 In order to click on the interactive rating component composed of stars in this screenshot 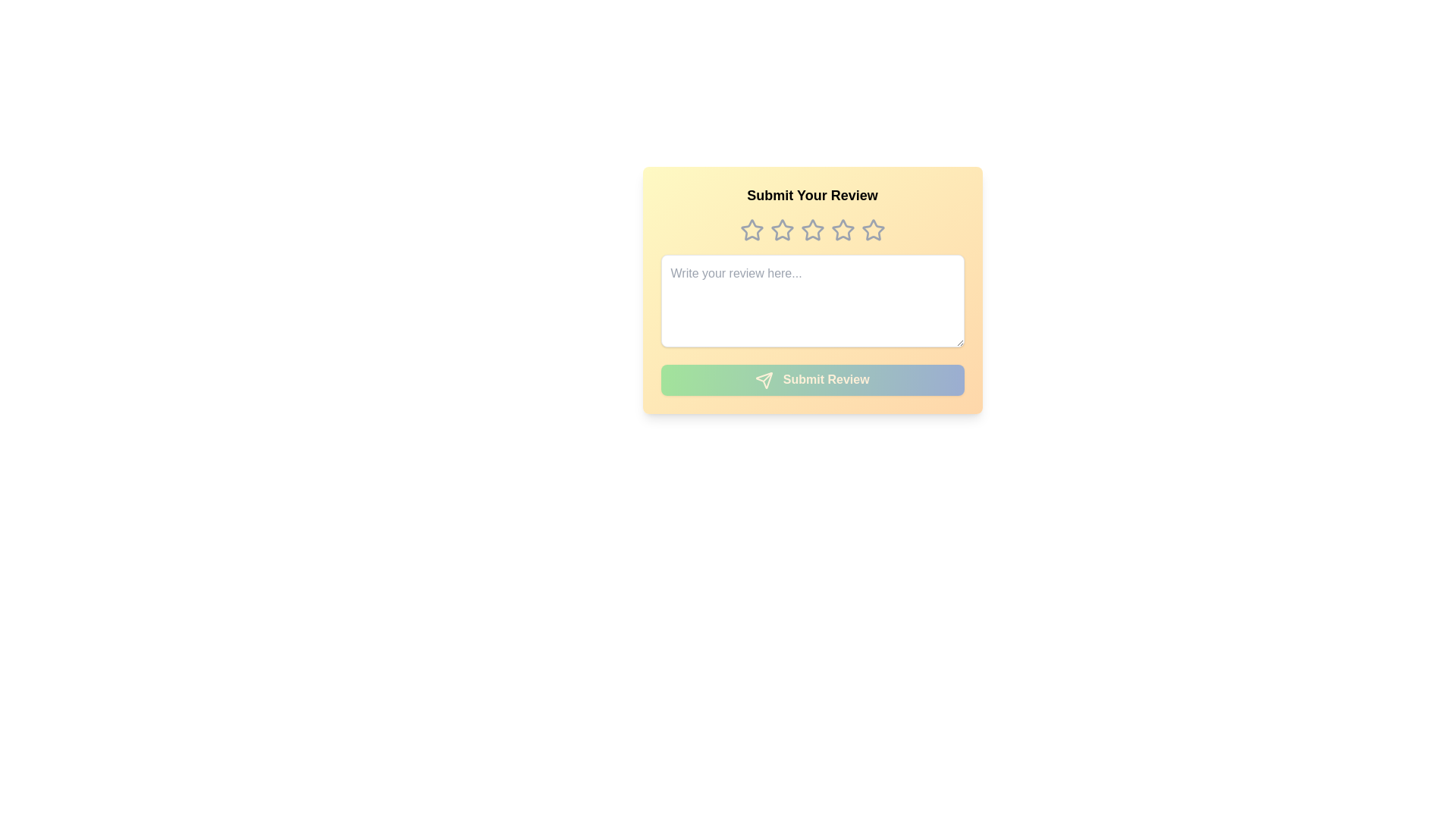, I will do `click(811, 231)`.